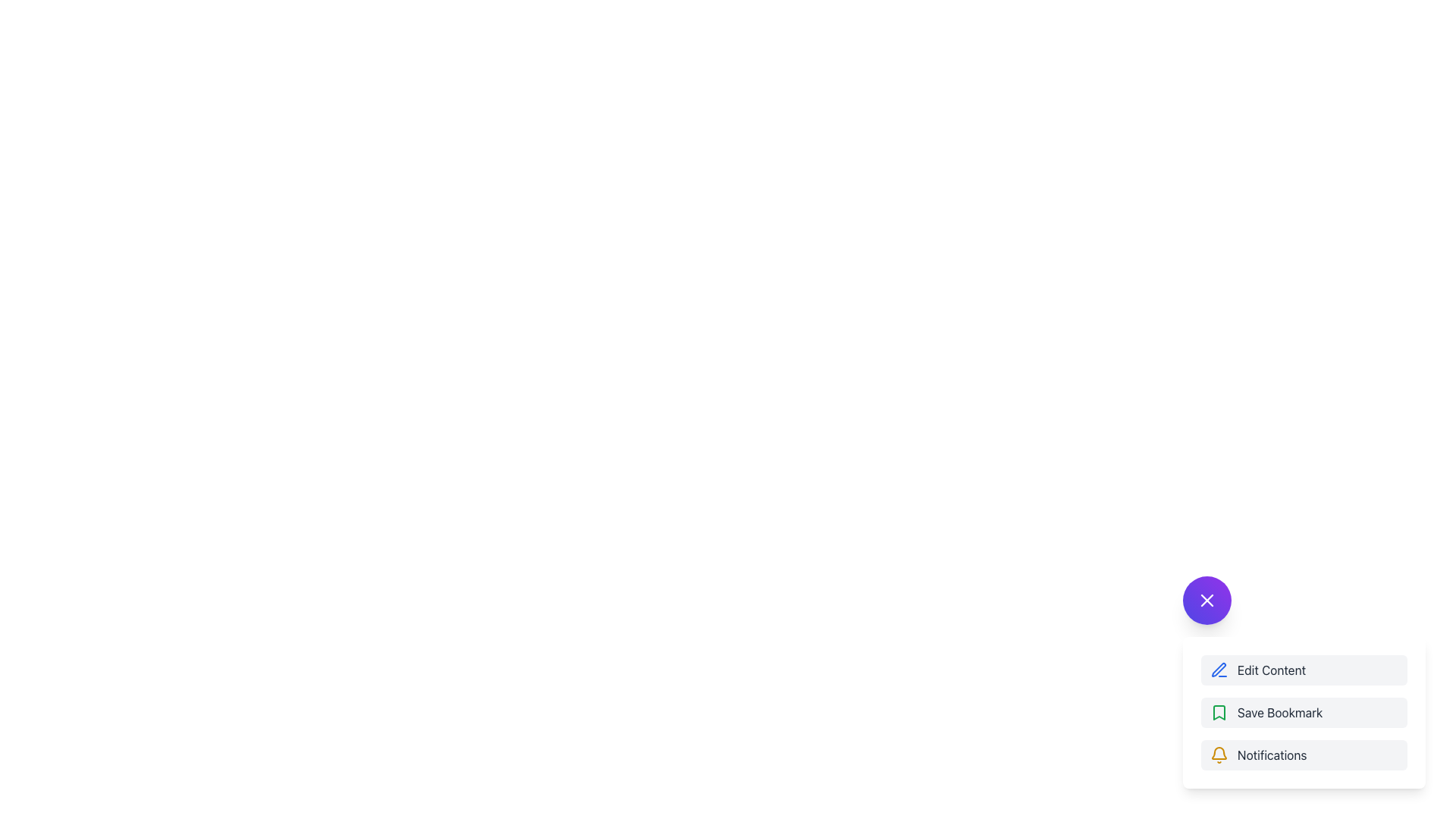 This screenshot has height=819, width=1456. I want to click on the second button in the card layout, so click(1303, 713).